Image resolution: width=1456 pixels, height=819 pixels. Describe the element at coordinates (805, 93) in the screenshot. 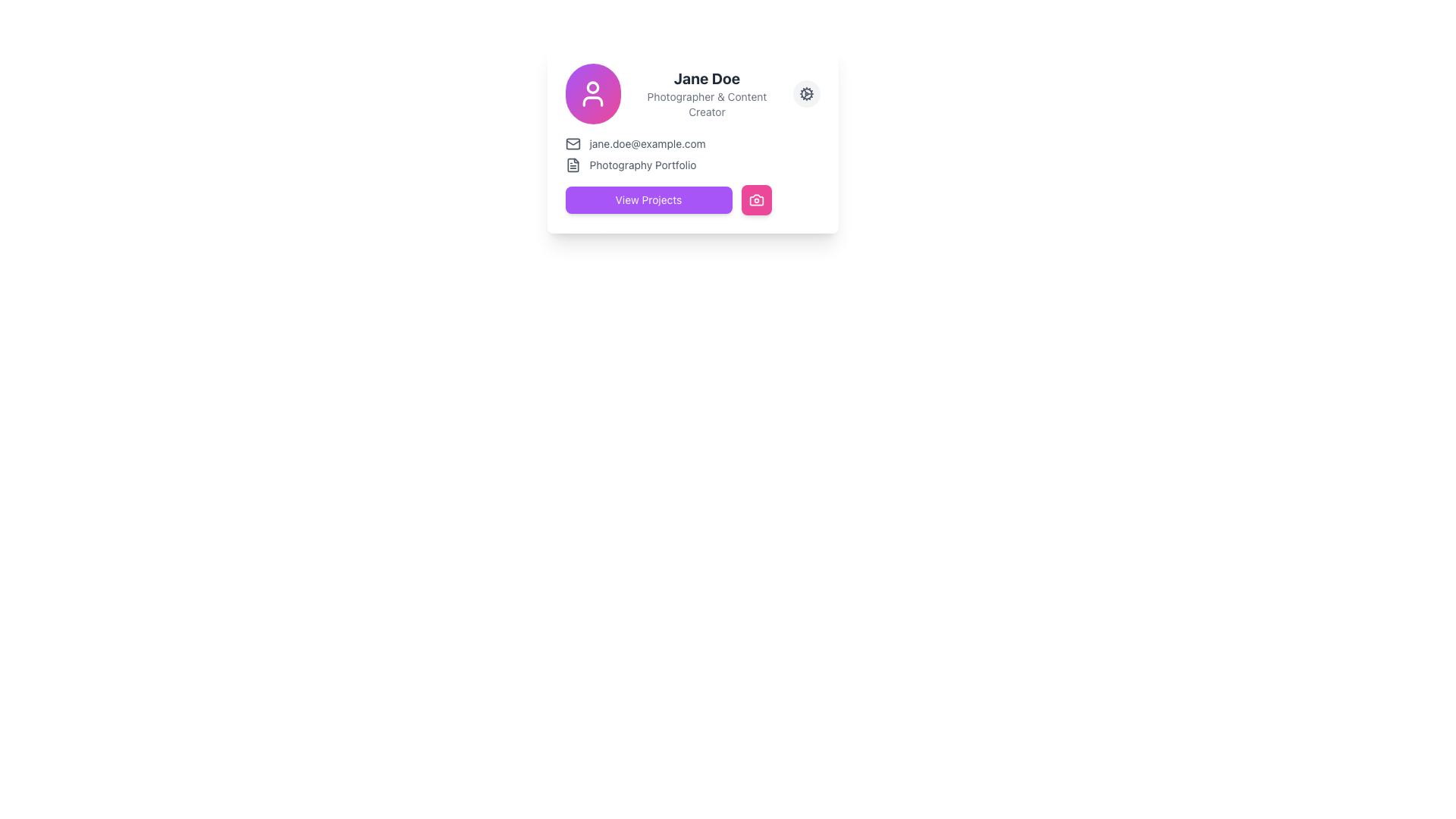

I see `the gray cogwheel icon located in the top-right corner of the user's profile card` at that location.